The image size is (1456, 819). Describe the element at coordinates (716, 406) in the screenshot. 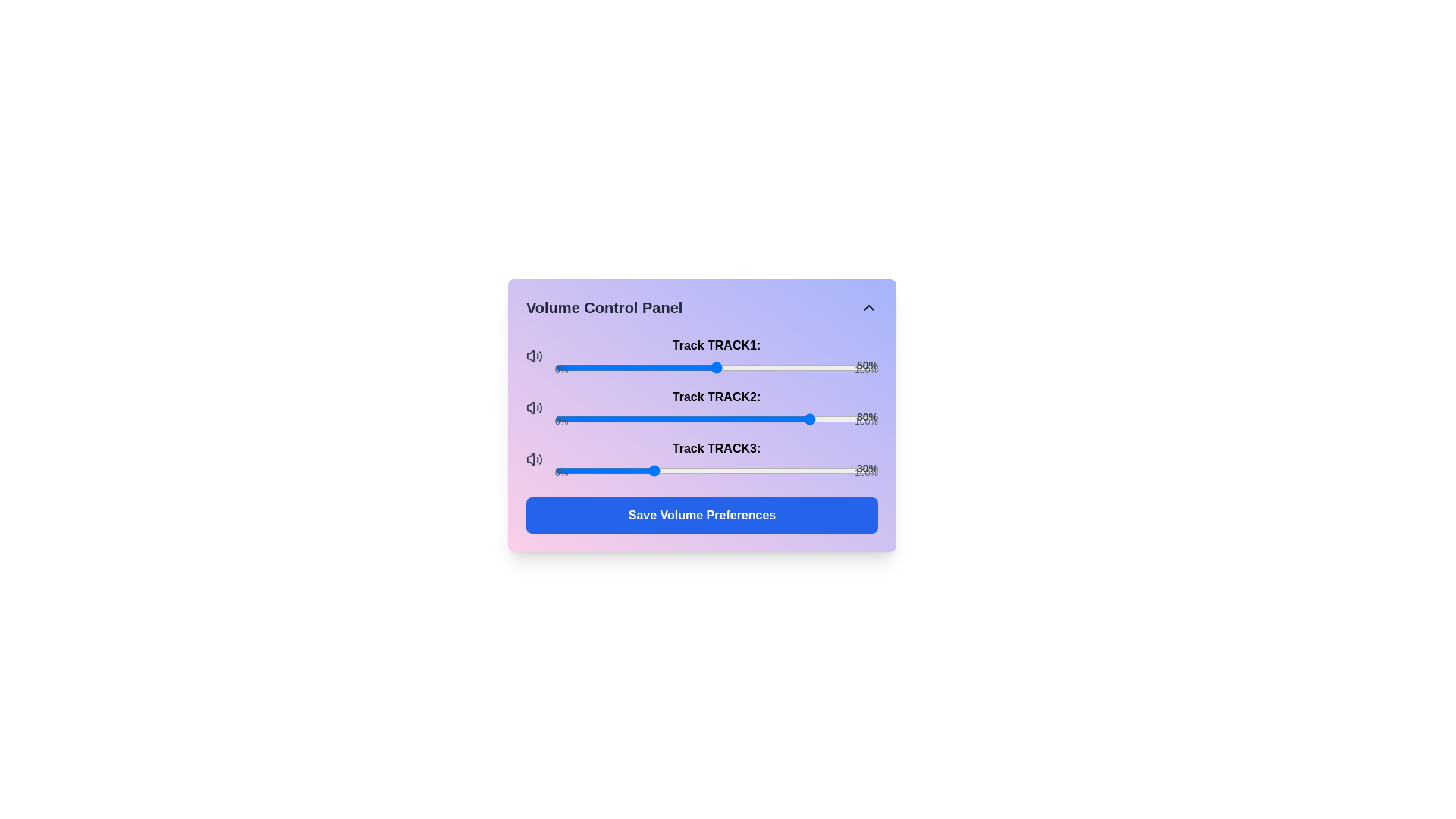

I see `the slider control for 'Track TRACK2'` at that location.